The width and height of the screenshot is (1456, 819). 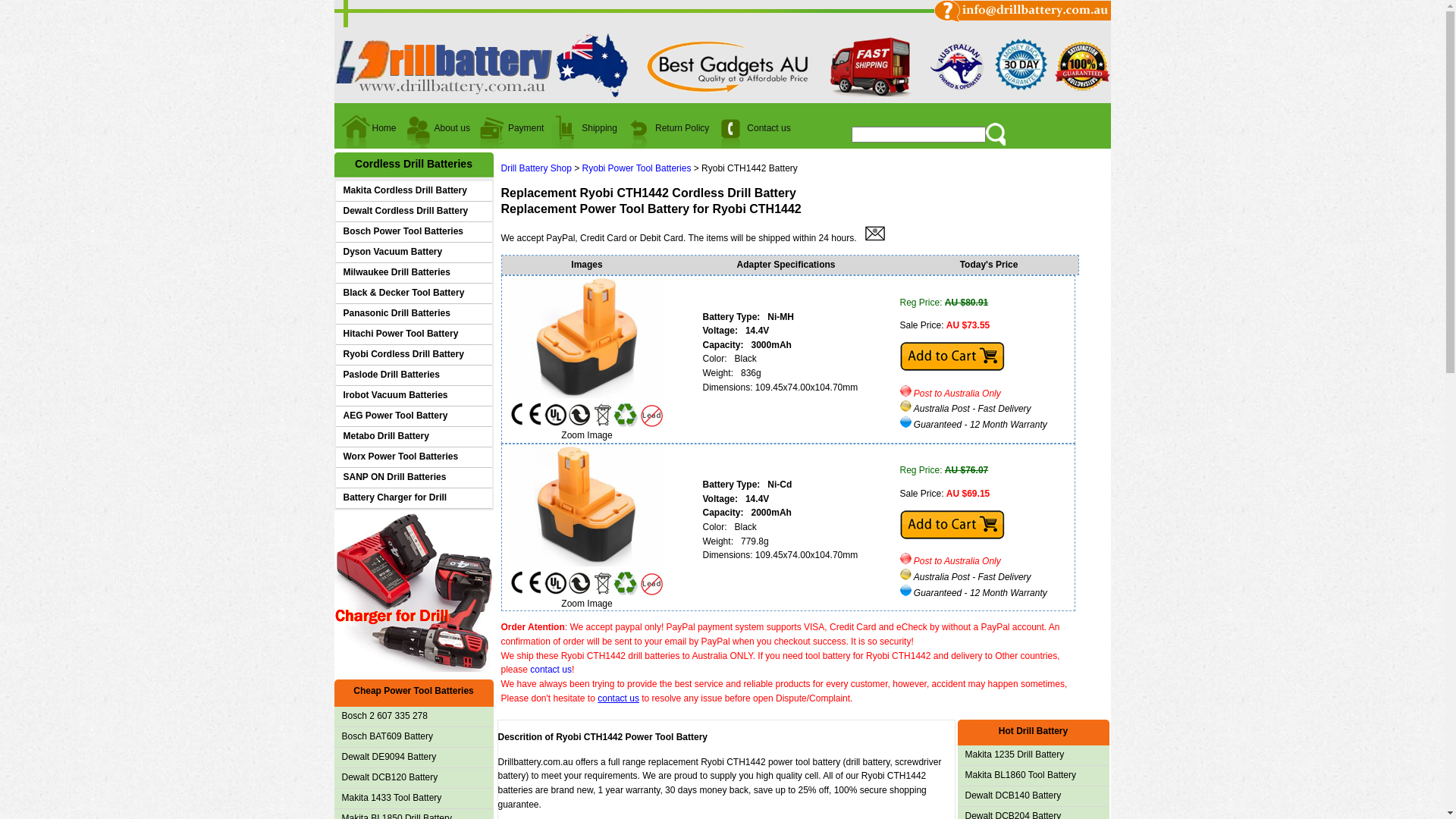 What do you see at coordinates (550, 669) in the screenshot?
I see `'contact us'` at bounding box center [550, 669].